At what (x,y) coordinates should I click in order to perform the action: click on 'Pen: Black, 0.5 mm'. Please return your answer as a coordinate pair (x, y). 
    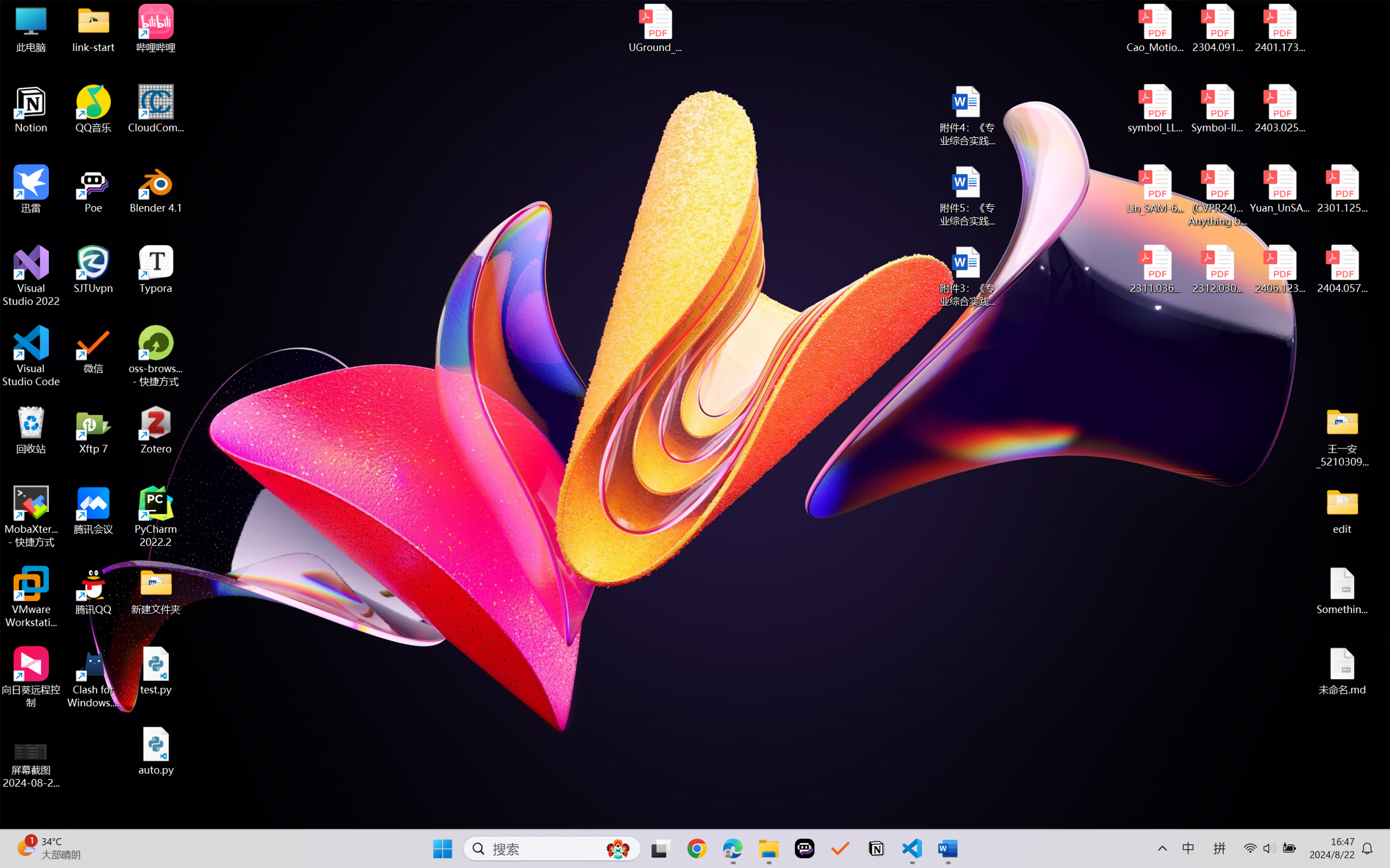
    Looking at the image, I should click on (152, 94).